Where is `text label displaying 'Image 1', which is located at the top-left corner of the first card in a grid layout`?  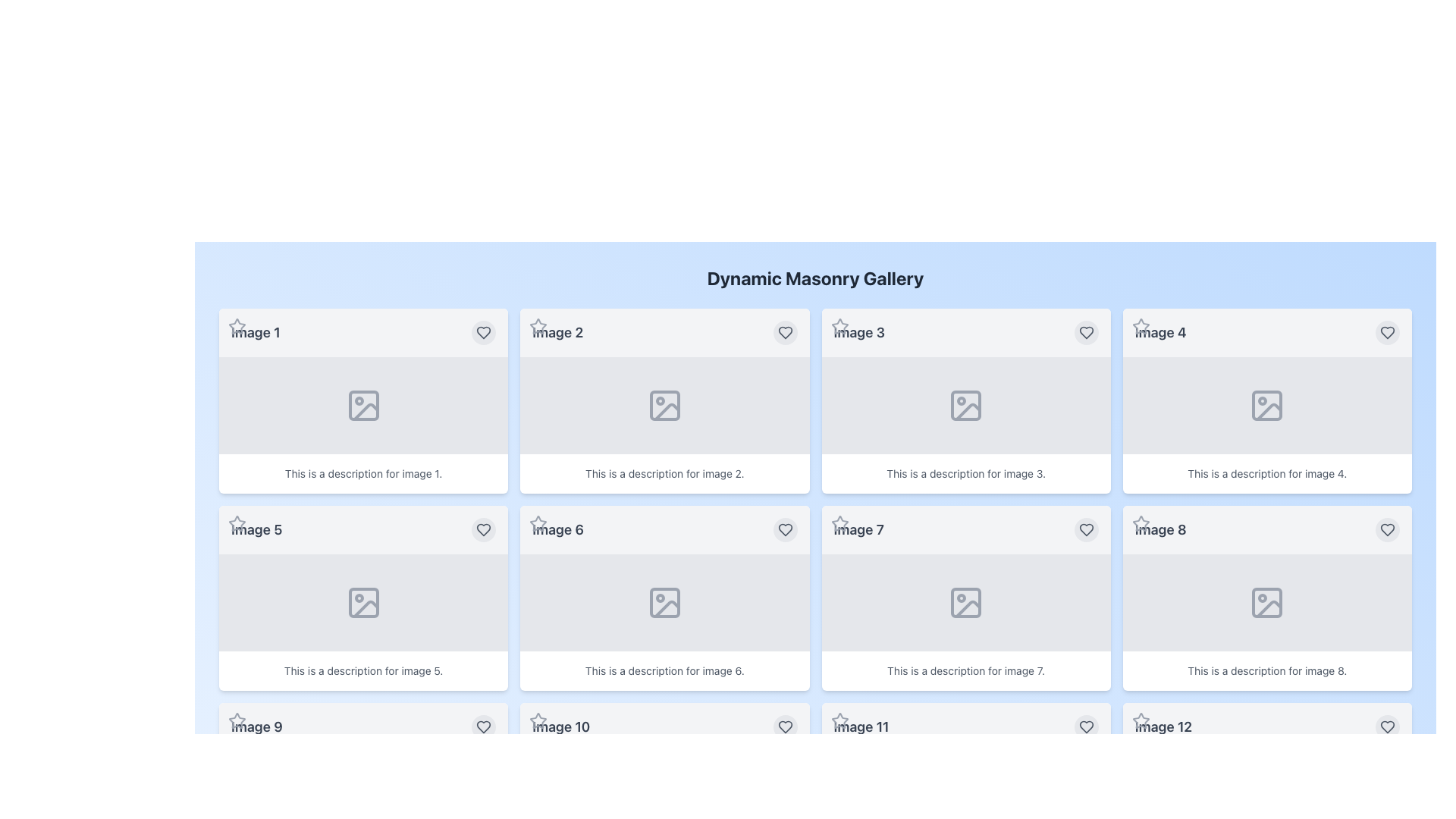 text label displaying 'Image 1', which is located at the top-left corner of the first card in a grid layout is located at coordinates (256, 332).